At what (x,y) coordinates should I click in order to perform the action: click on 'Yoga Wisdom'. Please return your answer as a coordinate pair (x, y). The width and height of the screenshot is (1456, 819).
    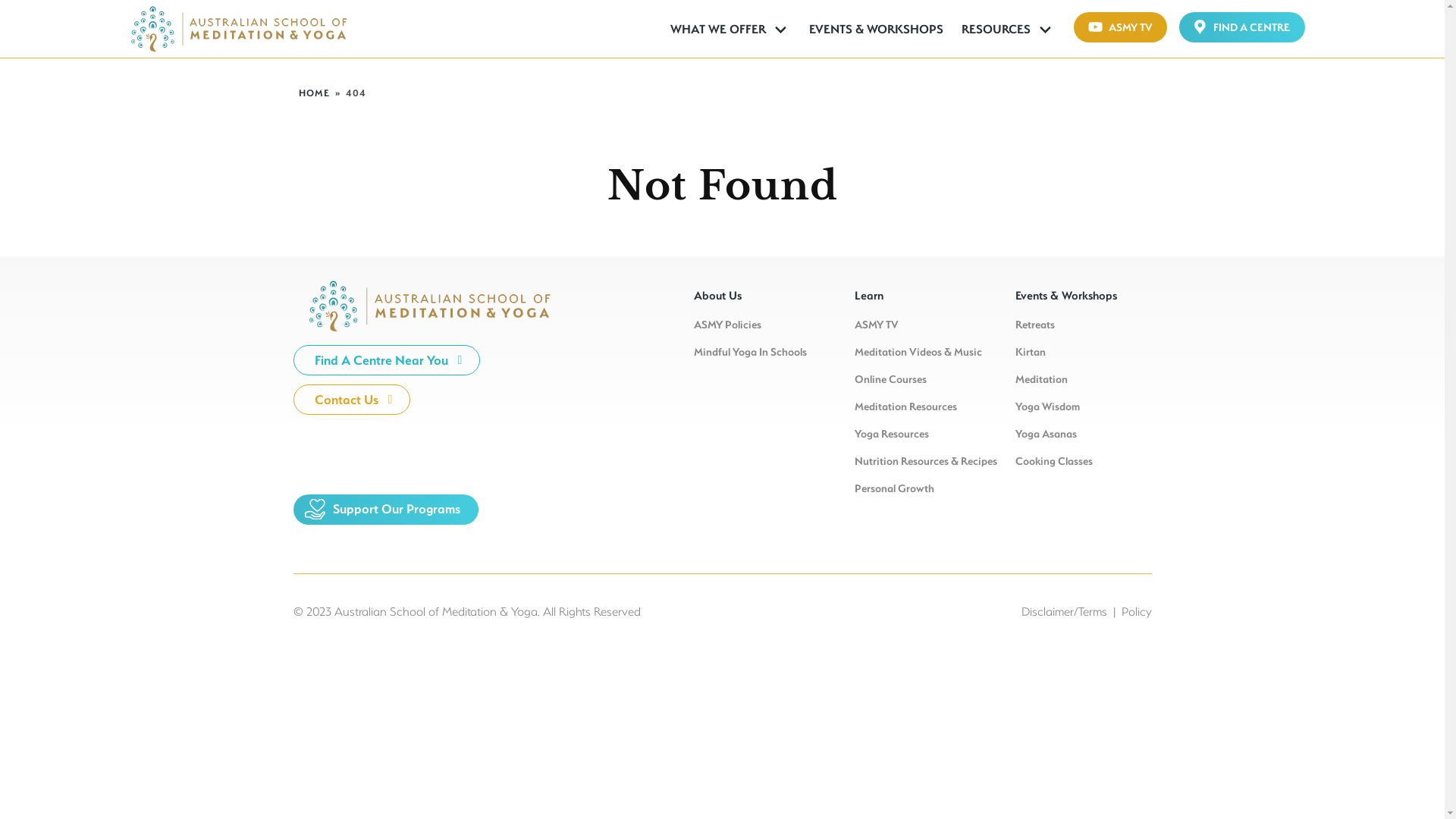
    Looking at the image, I should click on (1015, 406).